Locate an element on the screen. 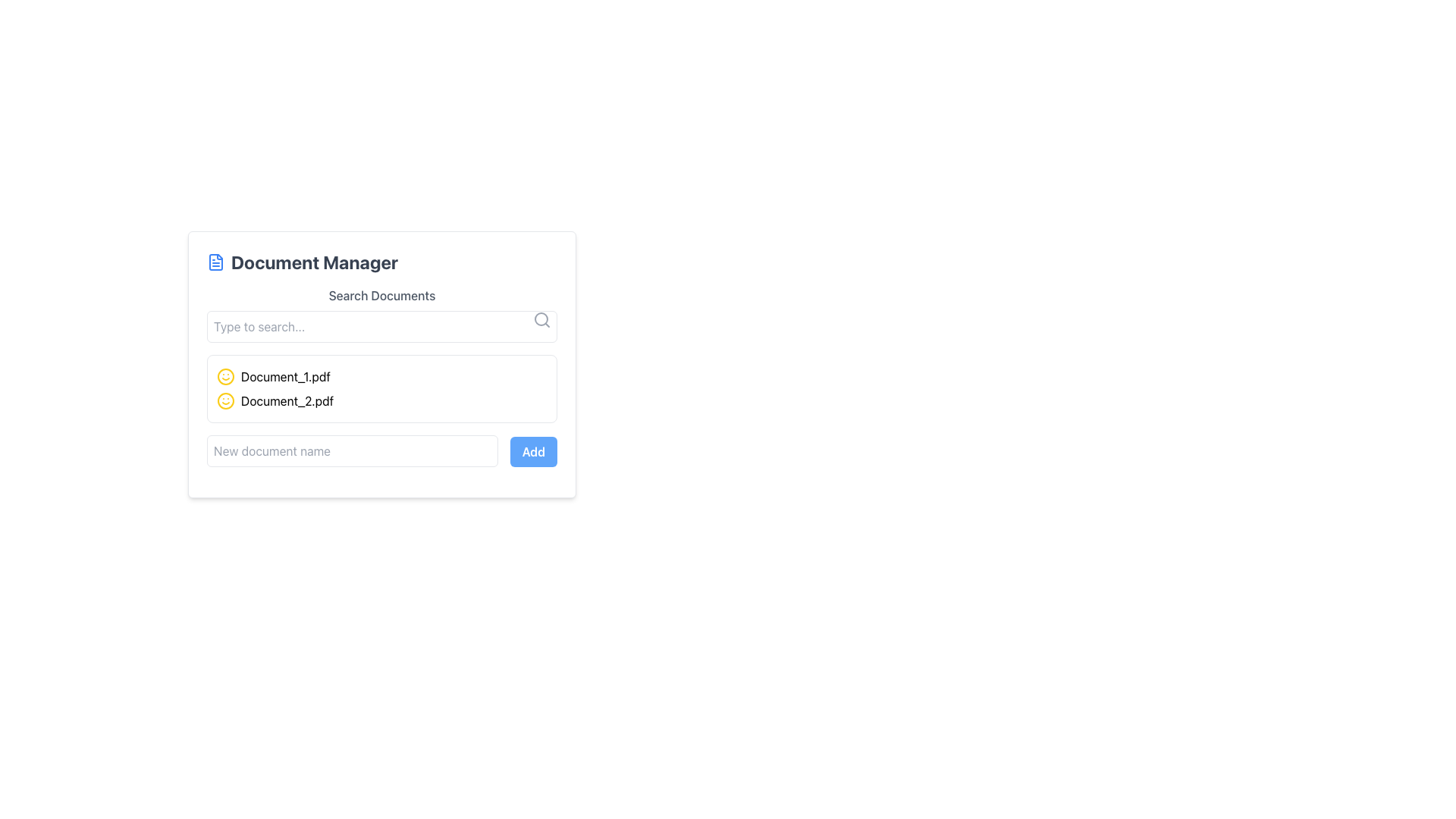 The image size is (1456, 819). the List Item representing 'Document_2.pdf' is located at coordinates (382, 400).